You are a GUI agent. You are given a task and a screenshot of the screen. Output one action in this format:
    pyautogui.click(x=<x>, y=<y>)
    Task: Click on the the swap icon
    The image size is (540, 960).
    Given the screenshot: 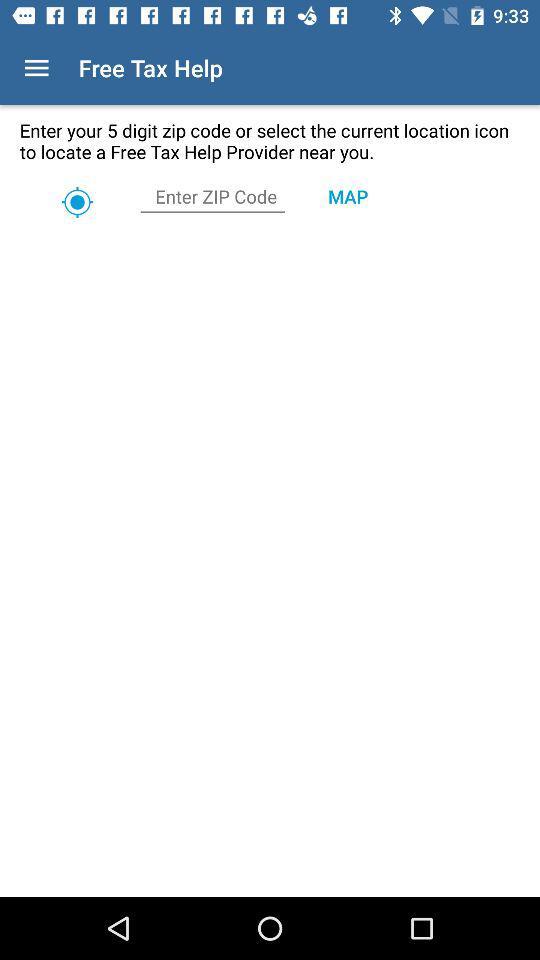 What is the action you would take?
    pyautogui.click(x=76, y=202)
    